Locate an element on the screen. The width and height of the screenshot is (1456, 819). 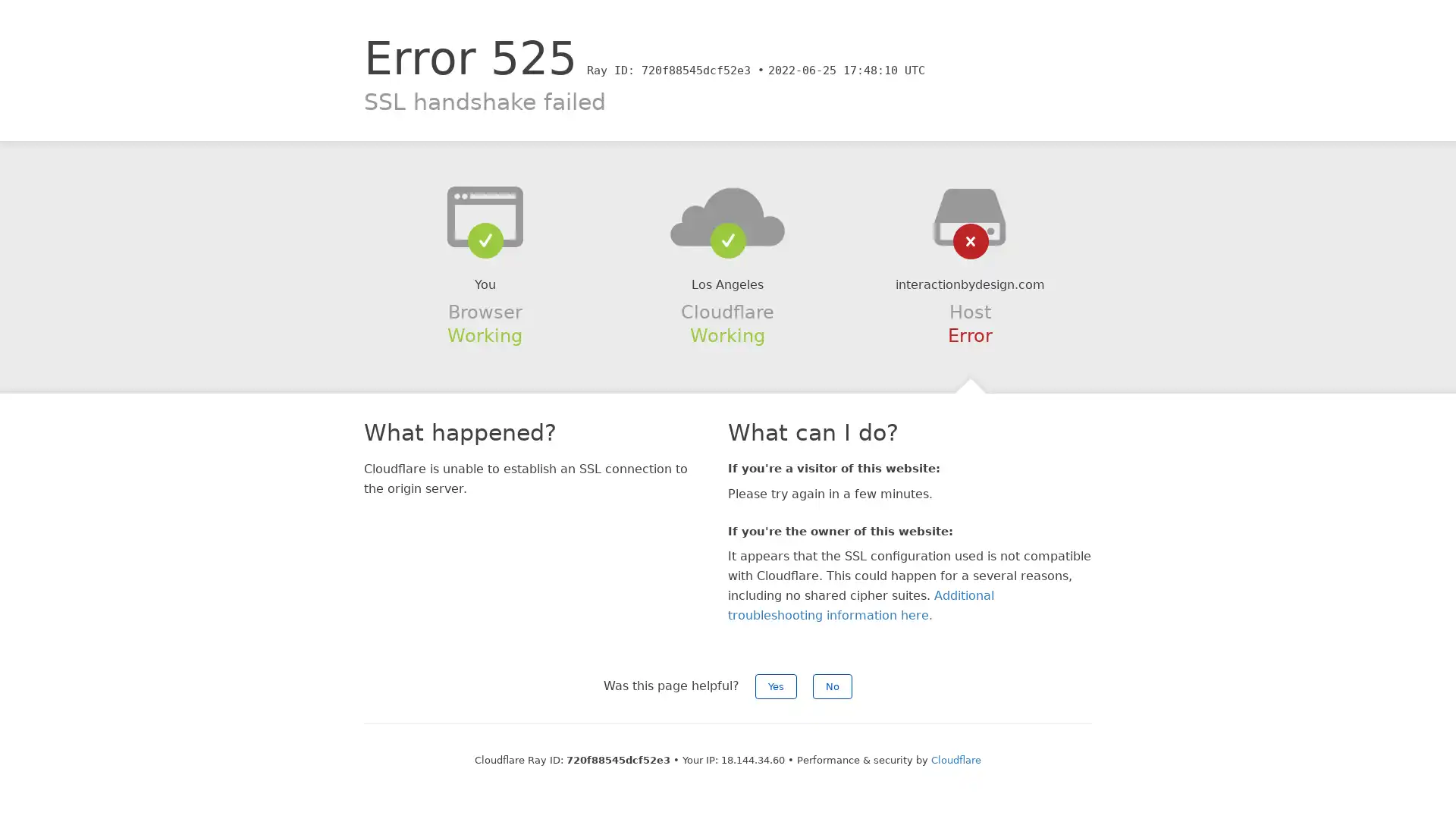
No is located at coordinates (832, 686).